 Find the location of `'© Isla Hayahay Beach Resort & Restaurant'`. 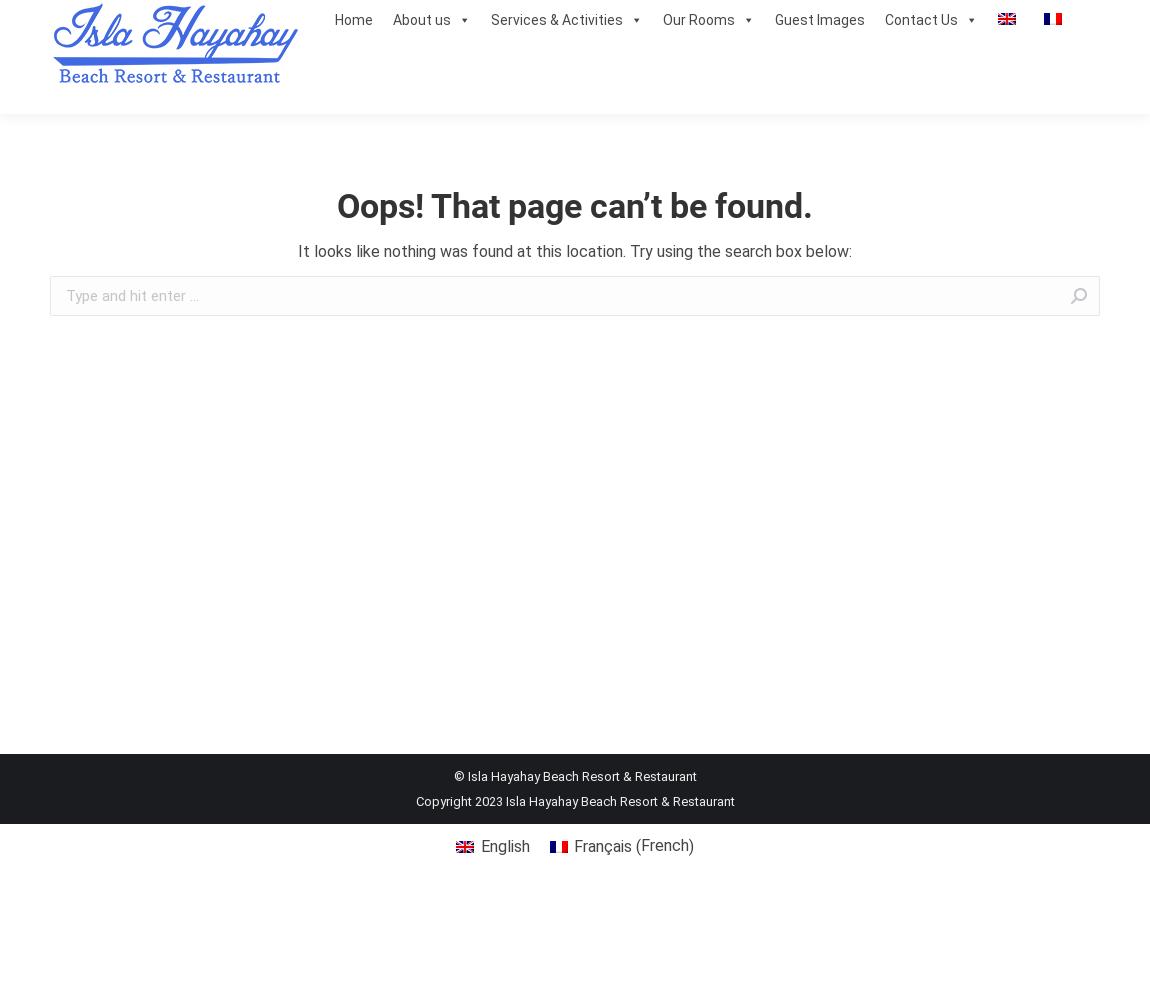

'© Isla Hayahay Beach Resort & Restaurant' is located at coordinates (574, 776).